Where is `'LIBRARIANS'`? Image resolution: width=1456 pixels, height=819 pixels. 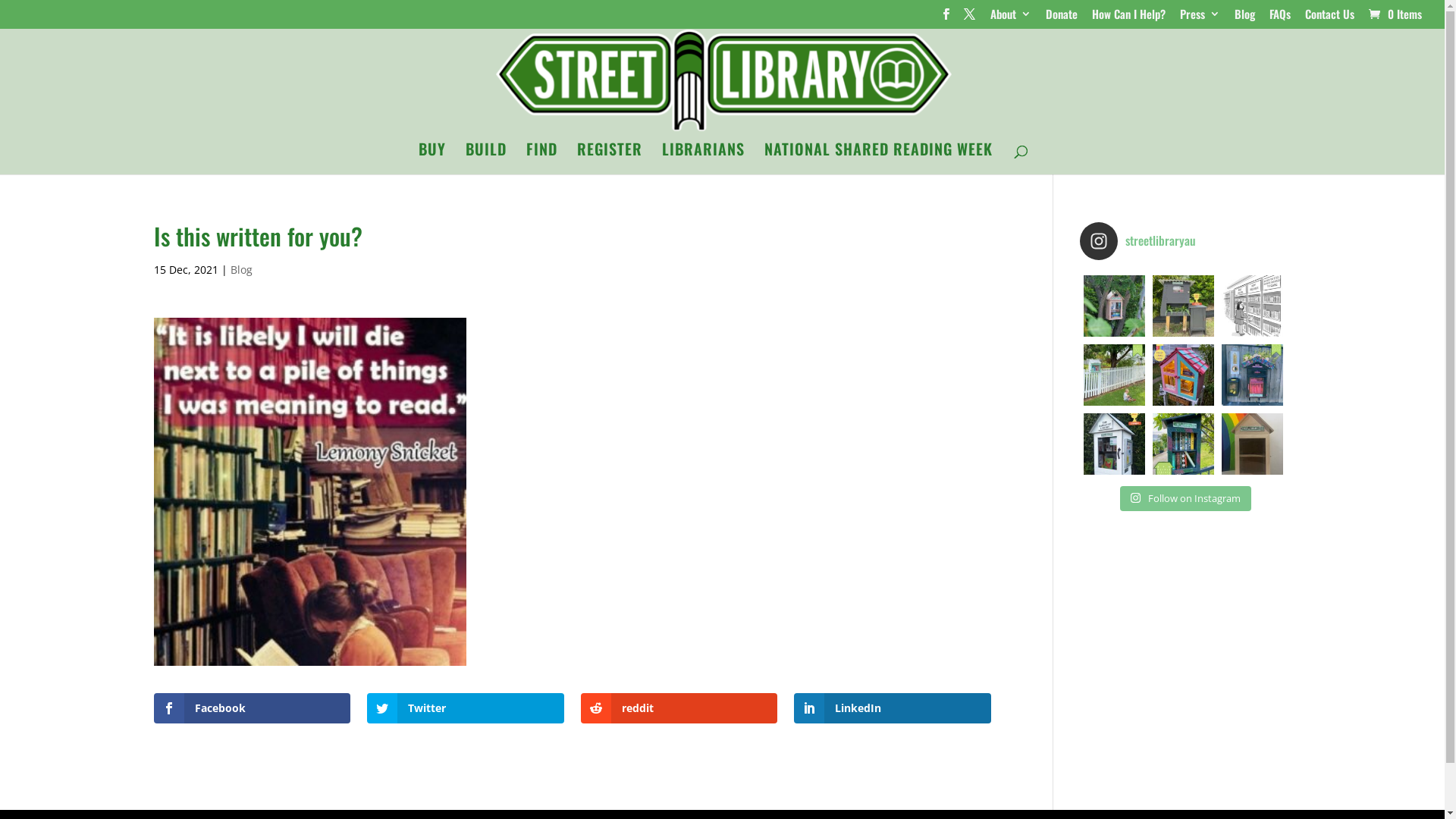
'LIBRARIANS' is located at coordinates (702, 158).